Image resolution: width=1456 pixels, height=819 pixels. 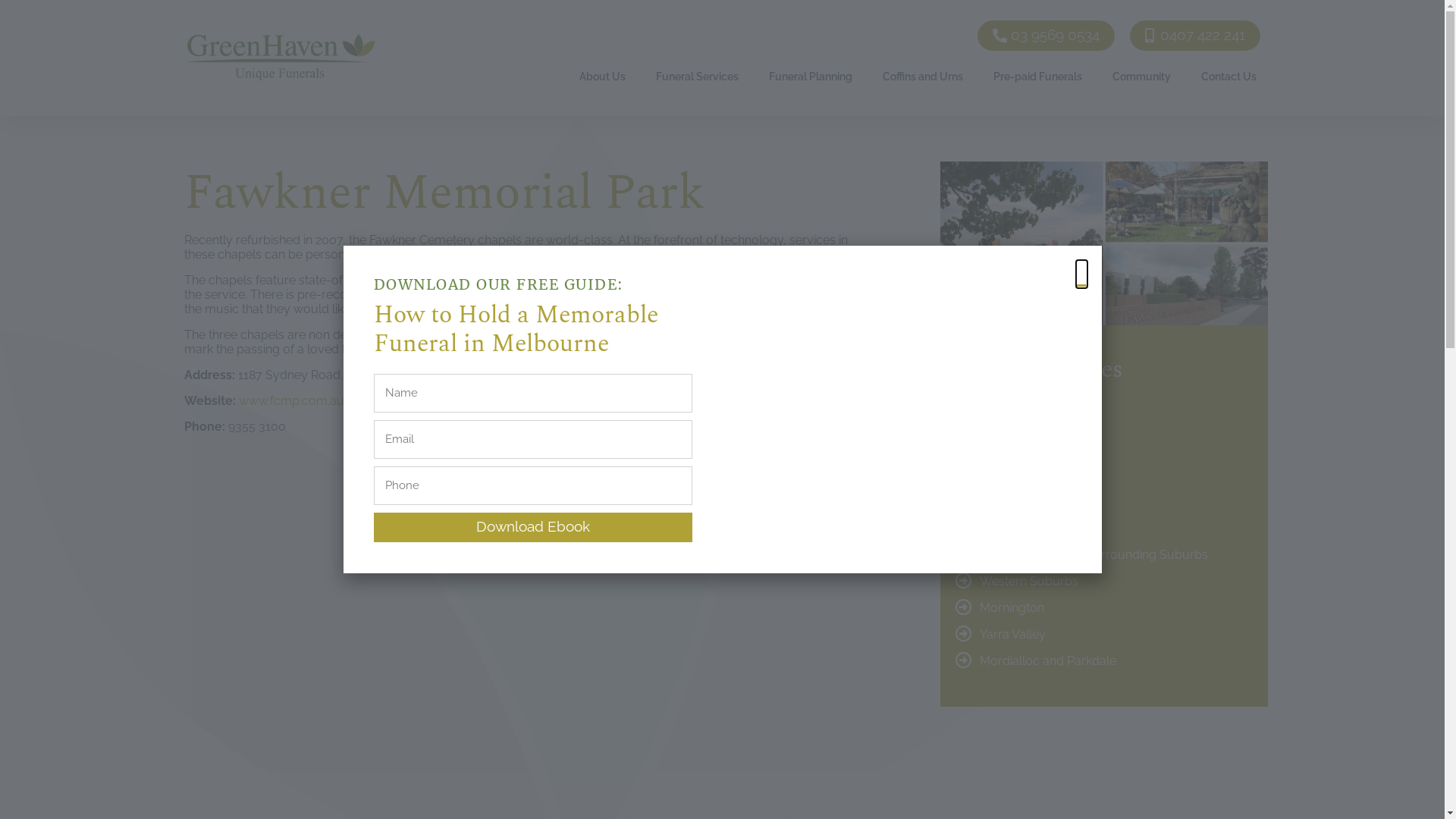 I want to click on 'Contact Us', so click(x=1228, y=76).